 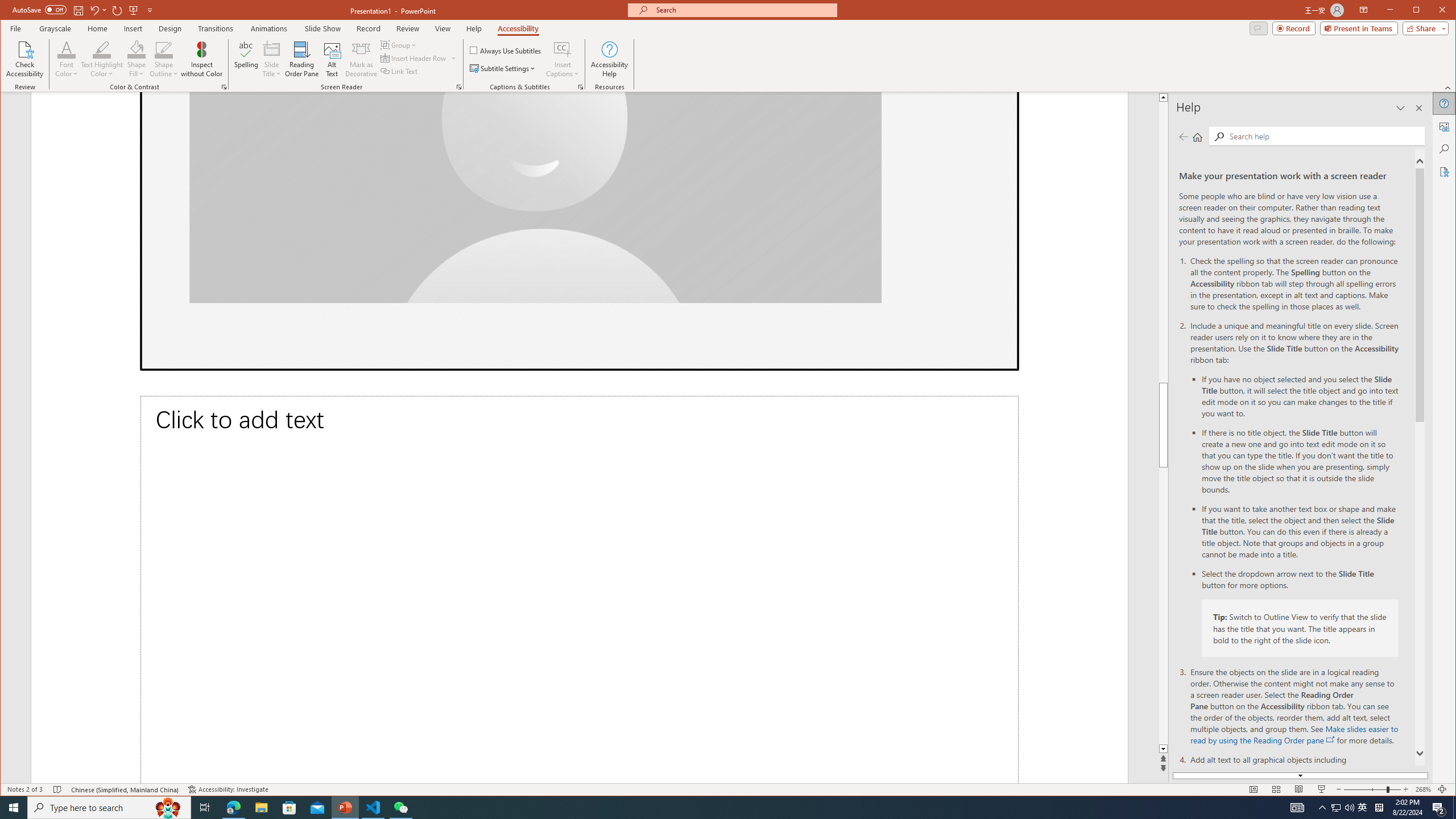 What do you see at coordinates (301, 59) in the screenshot?
I see `'Reading Order Pane'` at bounding box center [301, 59].